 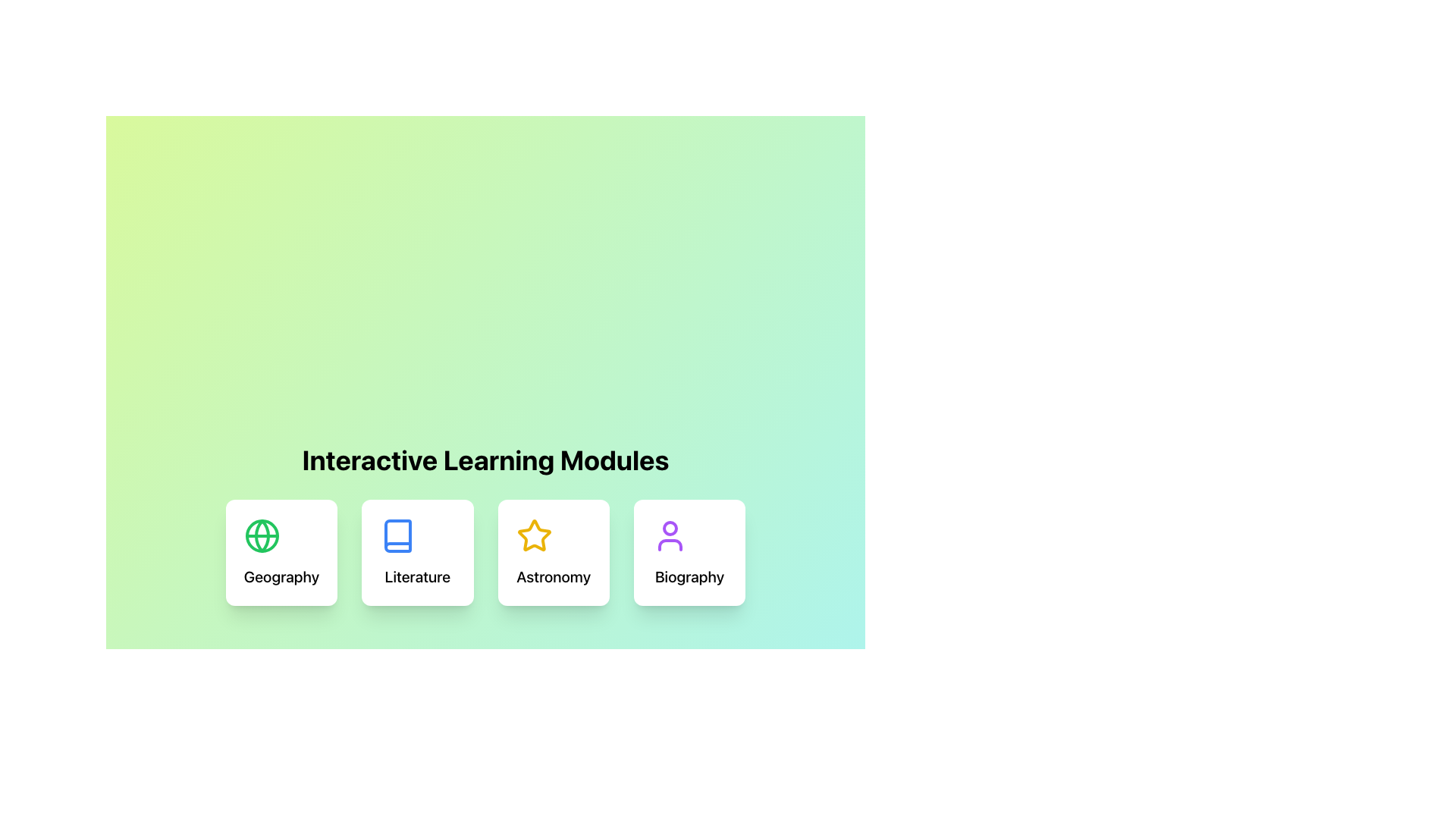 I want to click on the icon of a book with a blue outline located in the second card from the left above the text 'Literature', so click(x=398, y=535).